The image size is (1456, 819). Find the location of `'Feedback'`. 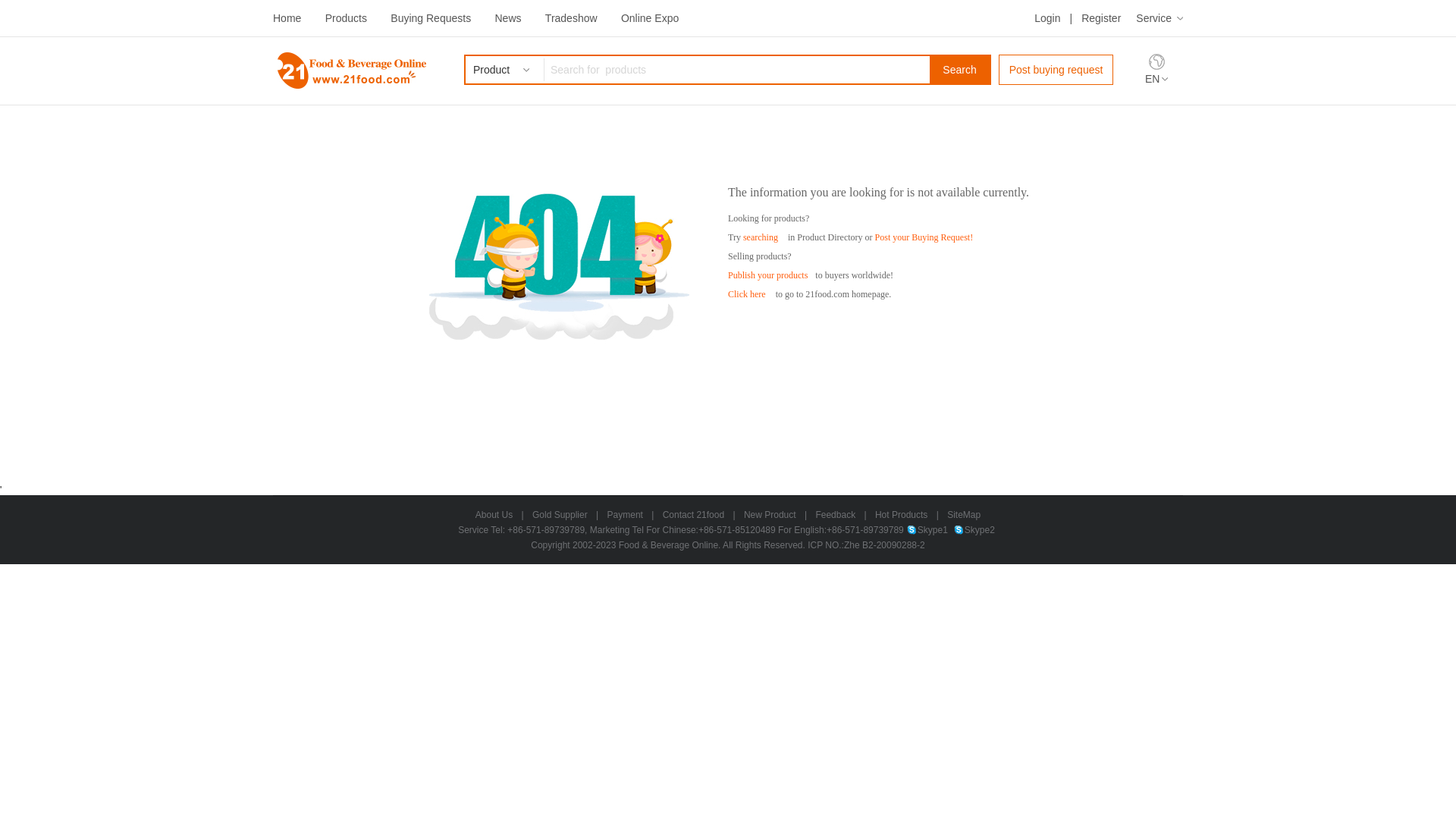

'Feedback' is located at coordinates (834, 513).